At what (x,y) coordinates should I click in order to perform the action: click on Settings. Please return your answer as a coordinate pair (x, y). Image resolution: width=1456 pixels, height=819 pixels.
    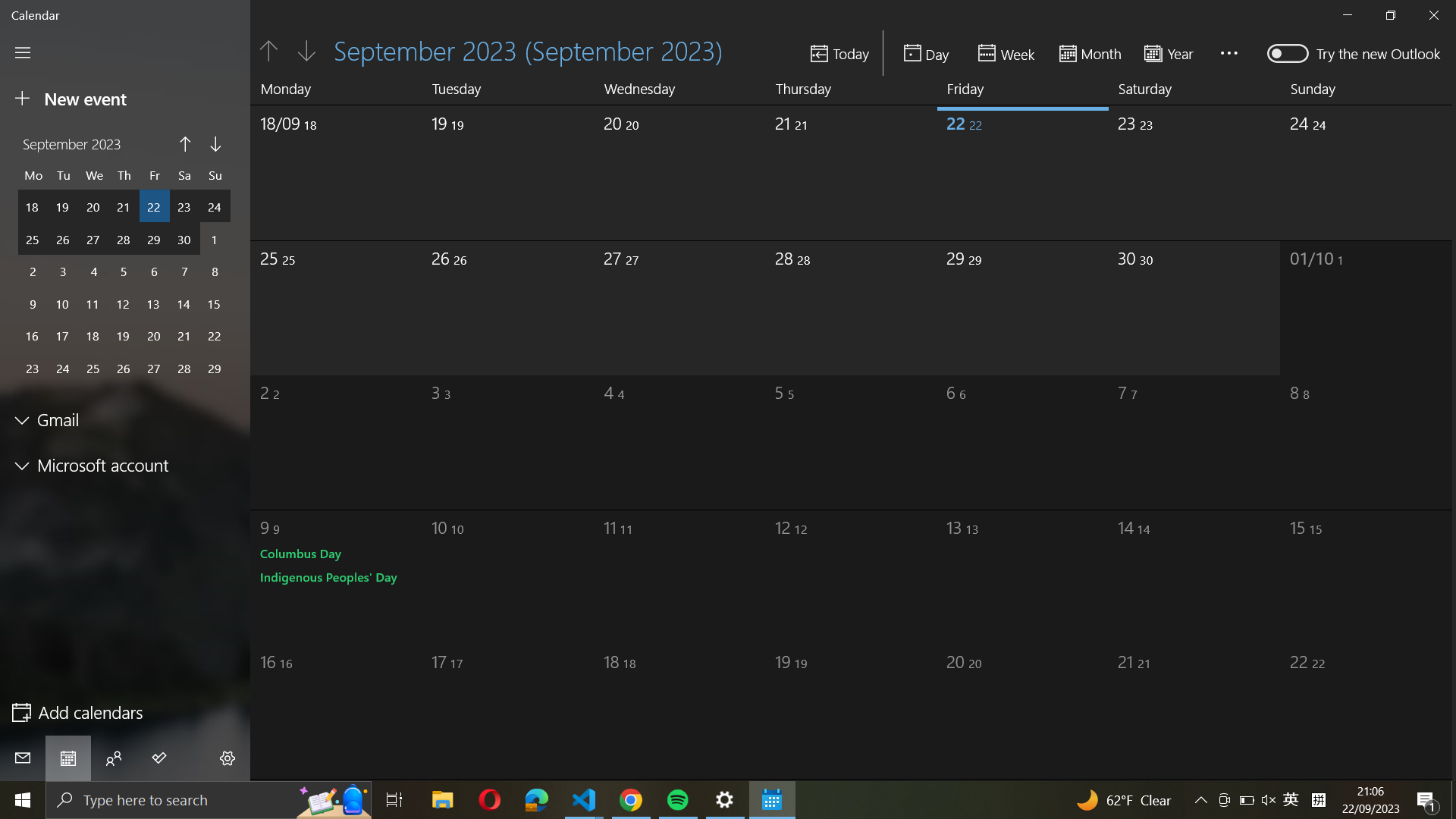
    Looking at the image, I should click on (227, 760).